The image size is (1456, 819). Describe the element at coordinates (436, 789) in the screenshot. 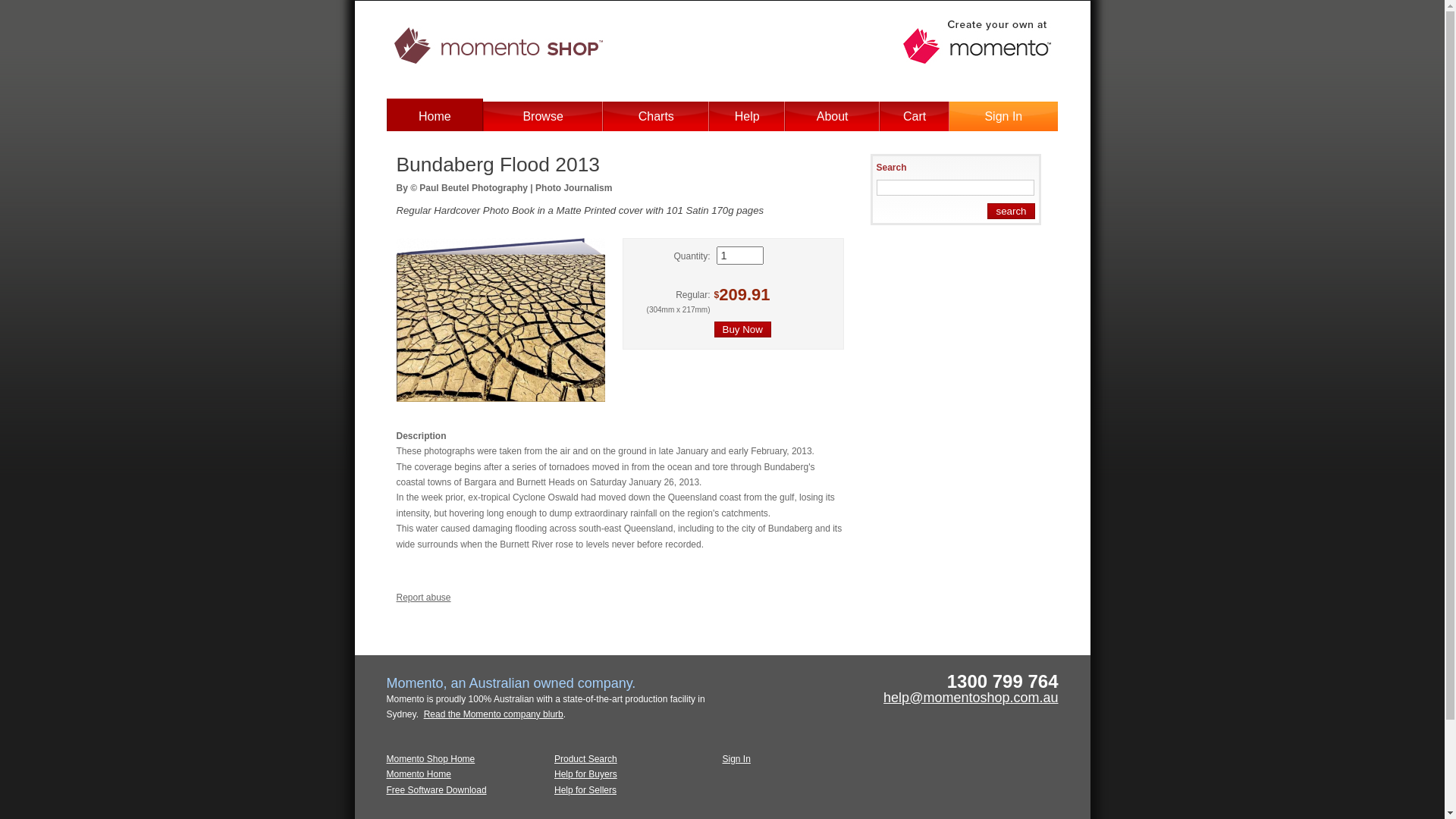

I see `'Free Software Download'` at that location.